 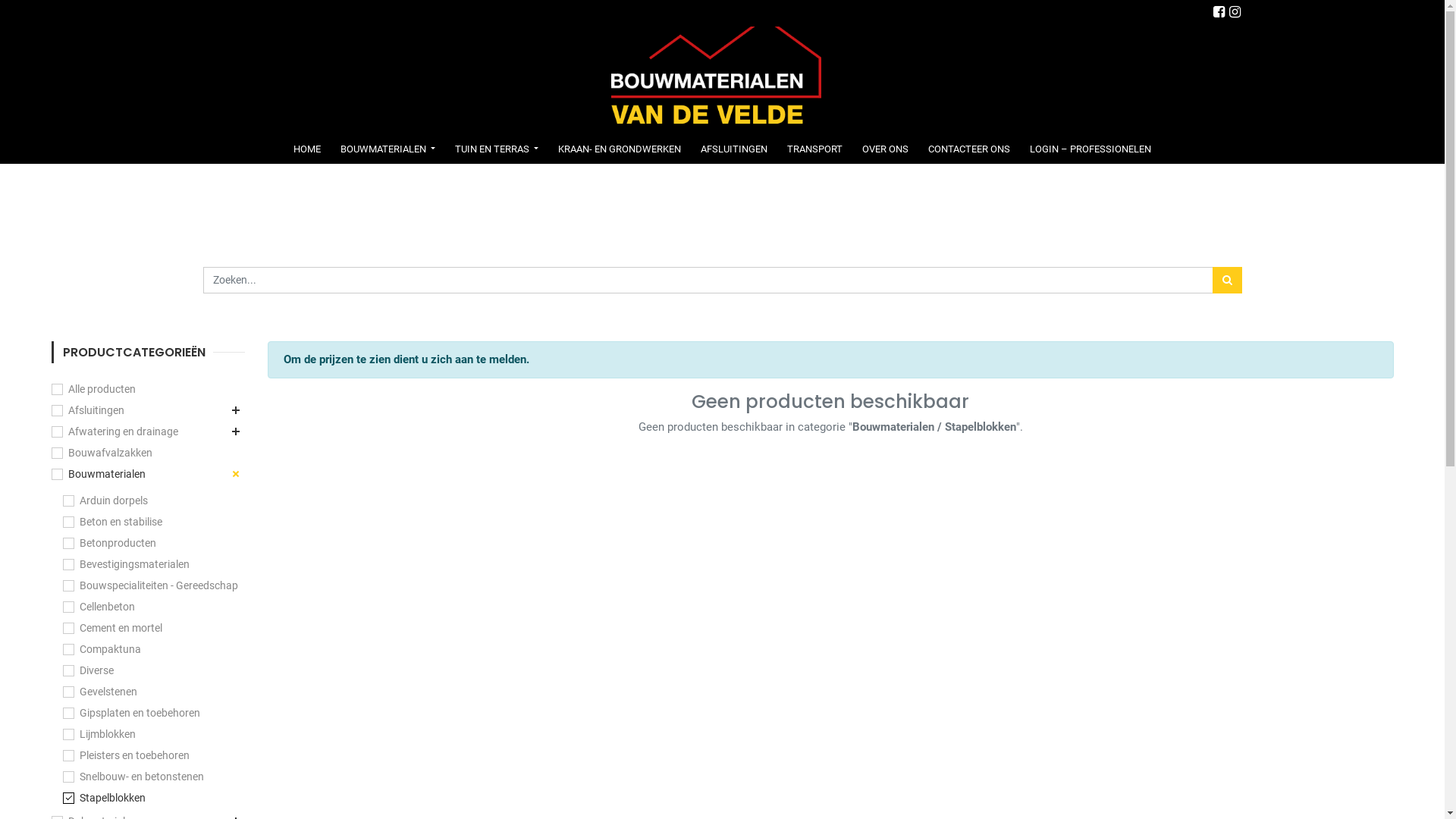 What do you see at coordinates (51, 431) in the screenshot?
I see `'Afwatering en drainage'` at bounding box center [51, 431].